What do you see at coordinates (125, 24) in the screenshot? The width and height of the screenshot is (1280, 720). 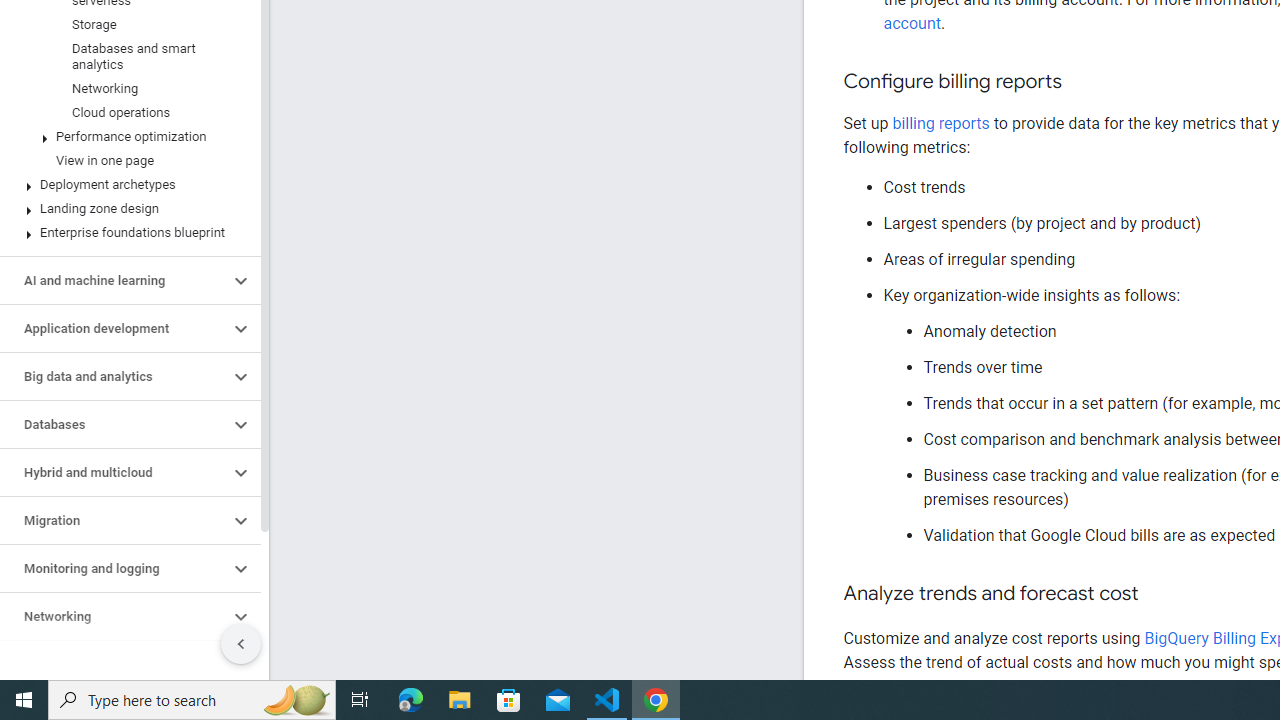 I see `'Storage'` at bounding box center [125, 24].